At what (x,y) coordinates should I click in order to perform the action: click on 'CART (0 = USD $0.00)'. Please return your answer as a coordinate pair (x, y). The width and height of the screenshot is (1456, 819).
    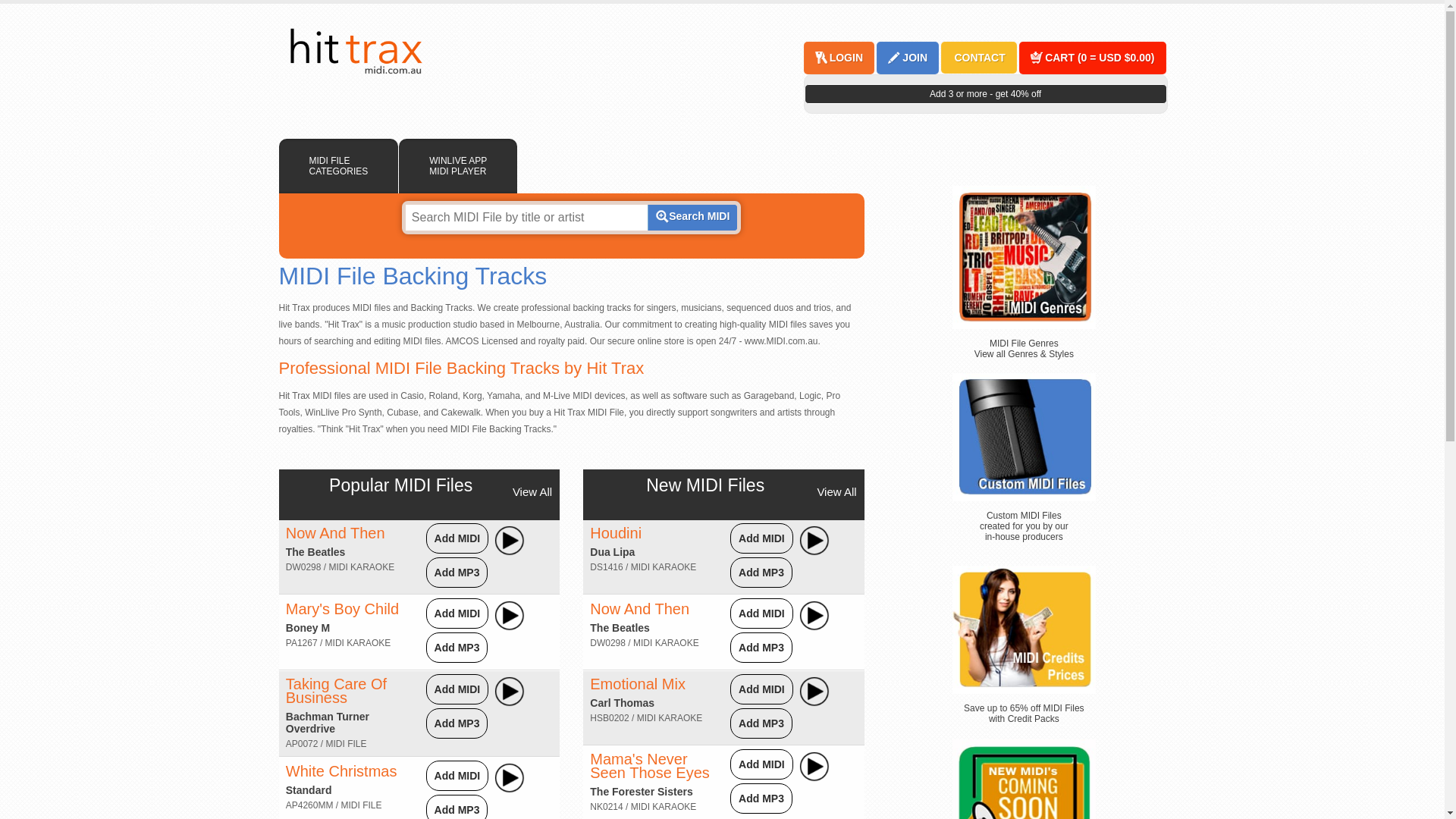
    Looking at the image, I should click on (1099, 57).